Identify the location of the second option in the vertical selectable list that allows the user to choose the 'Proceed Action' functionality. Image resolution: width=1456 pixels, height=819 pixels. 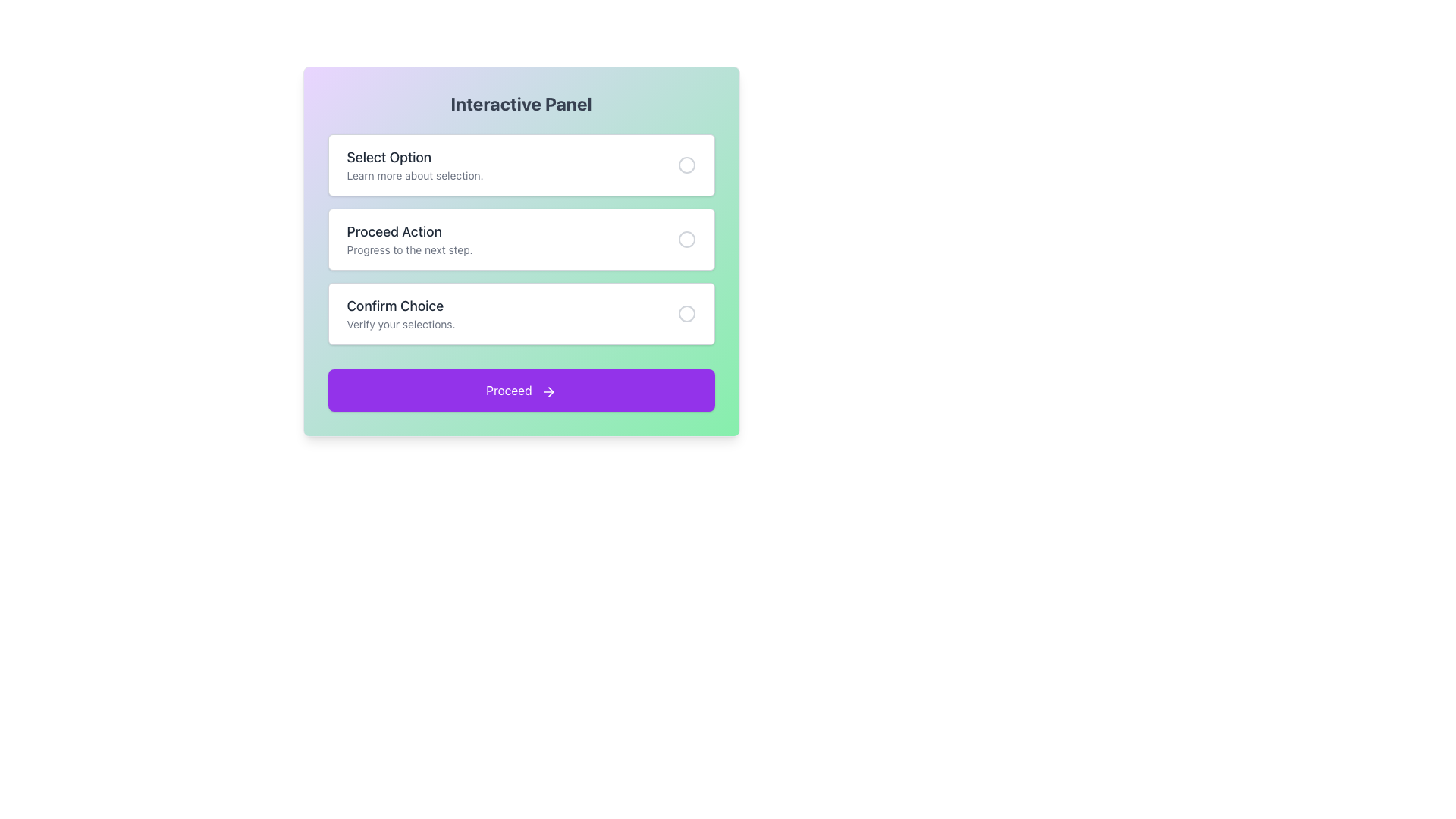
(409, 239).